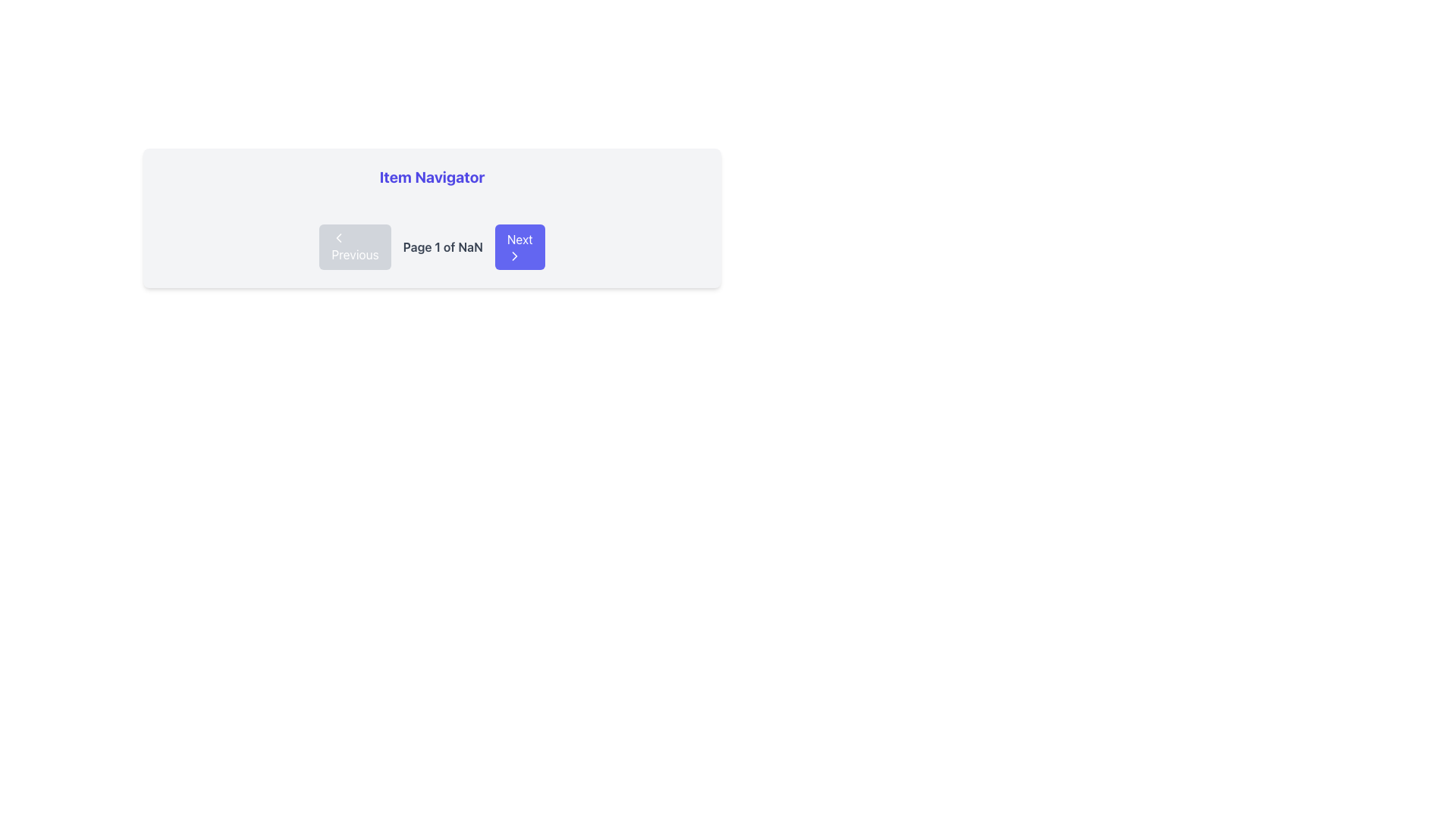 The height and width of the screenshot is (819, 1456). What do you see at coordinates (514, 256) in the screenshot?
I see `the SVG icon within the 'Next' button located in the lower right portion of the control panel to signify navigation forward` at bounding box center [514, 256].